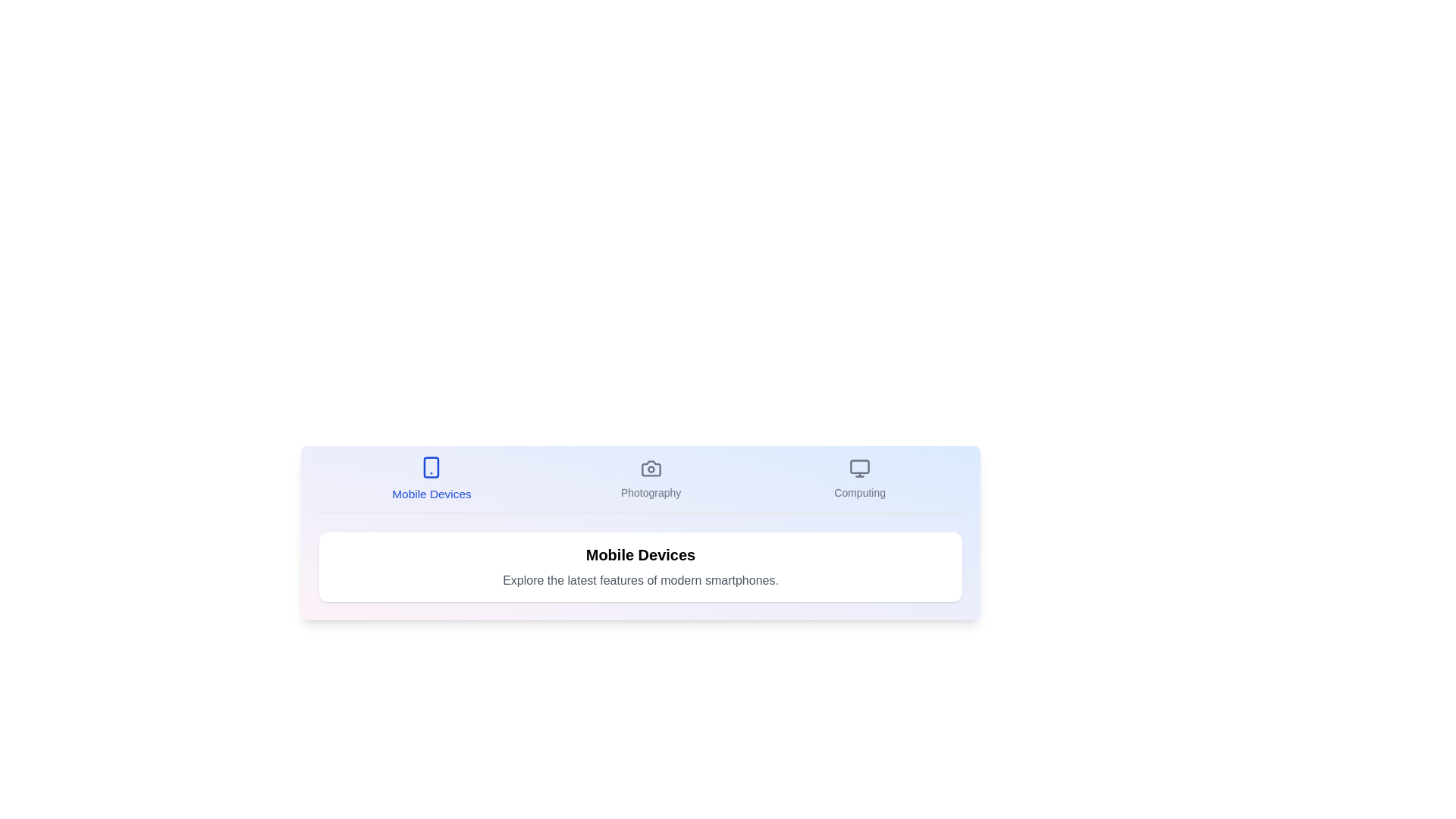  Describe the element at coordinates (431, 479) in the screenshot. I see `the tab labeled 'Mobile Devices' to inspect its associated icon` at that location.